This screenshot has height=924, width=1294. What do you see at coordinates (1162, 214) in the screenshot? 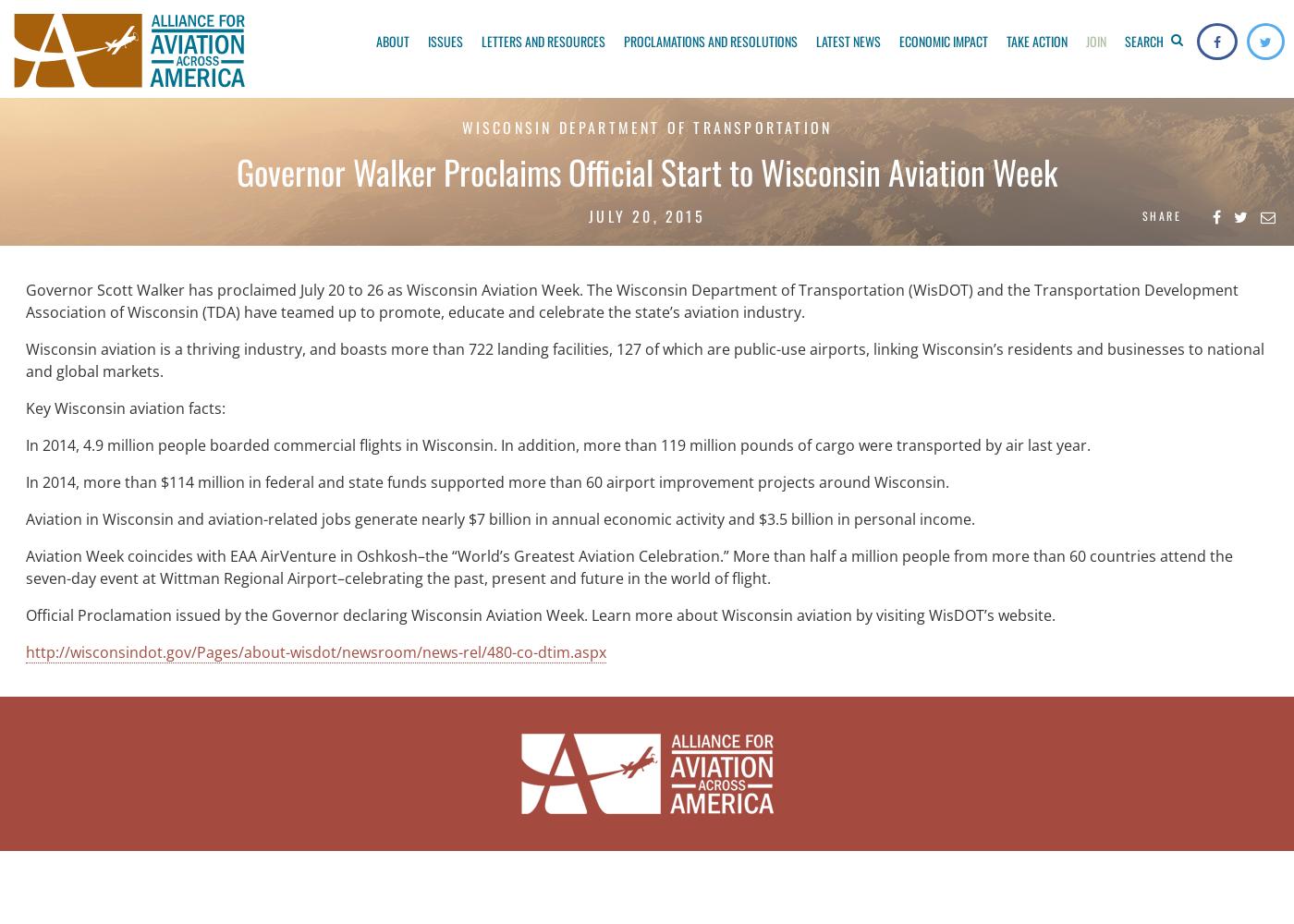
I see `'Share'` at bounding box center [1162, 214].